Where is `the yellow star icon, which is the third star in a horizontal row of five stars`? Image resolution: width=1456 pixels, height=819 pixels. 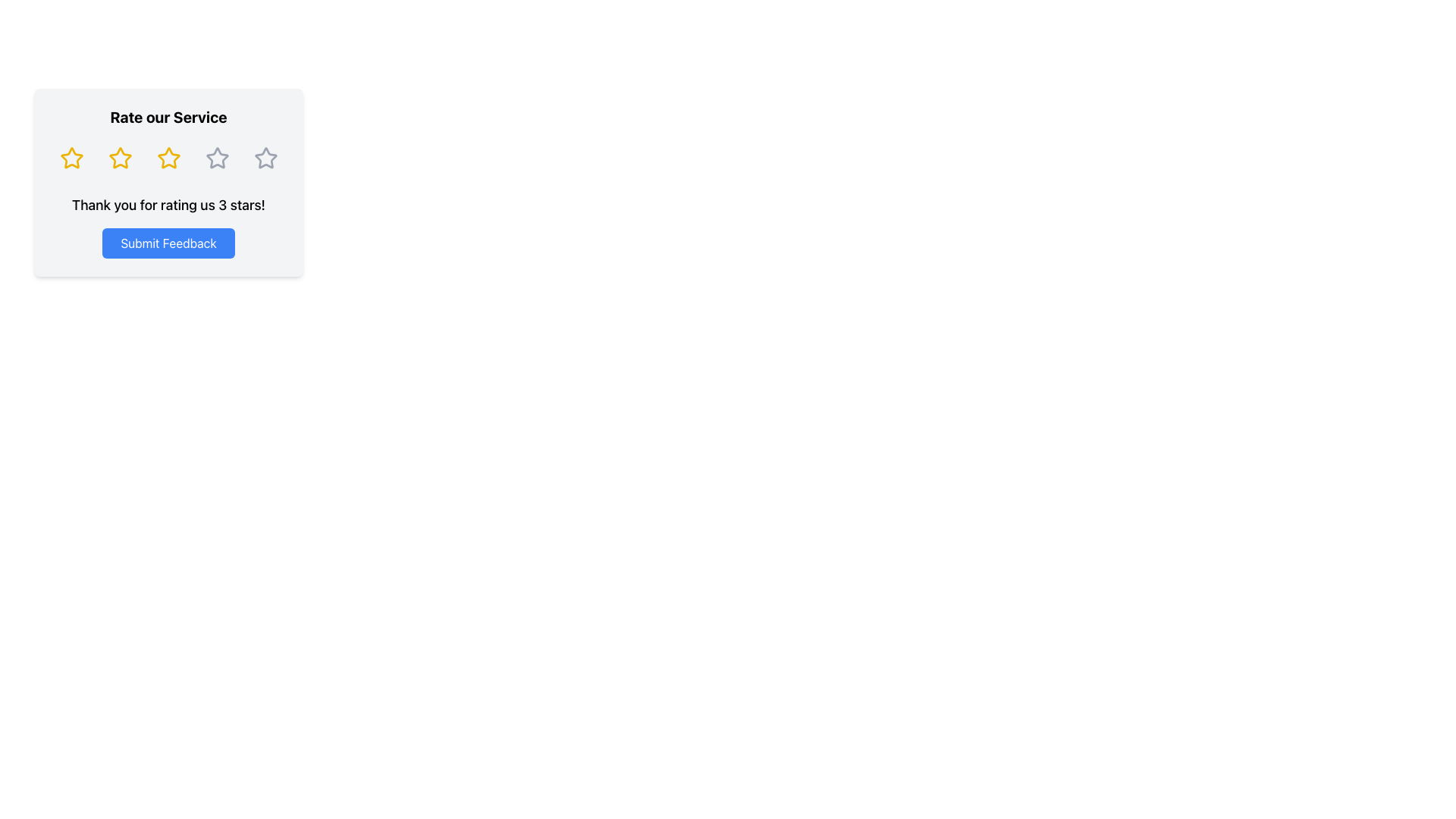
the yellow star icon, which is the third star in a horizontal row of five stars is located at coordinates (168, 158).